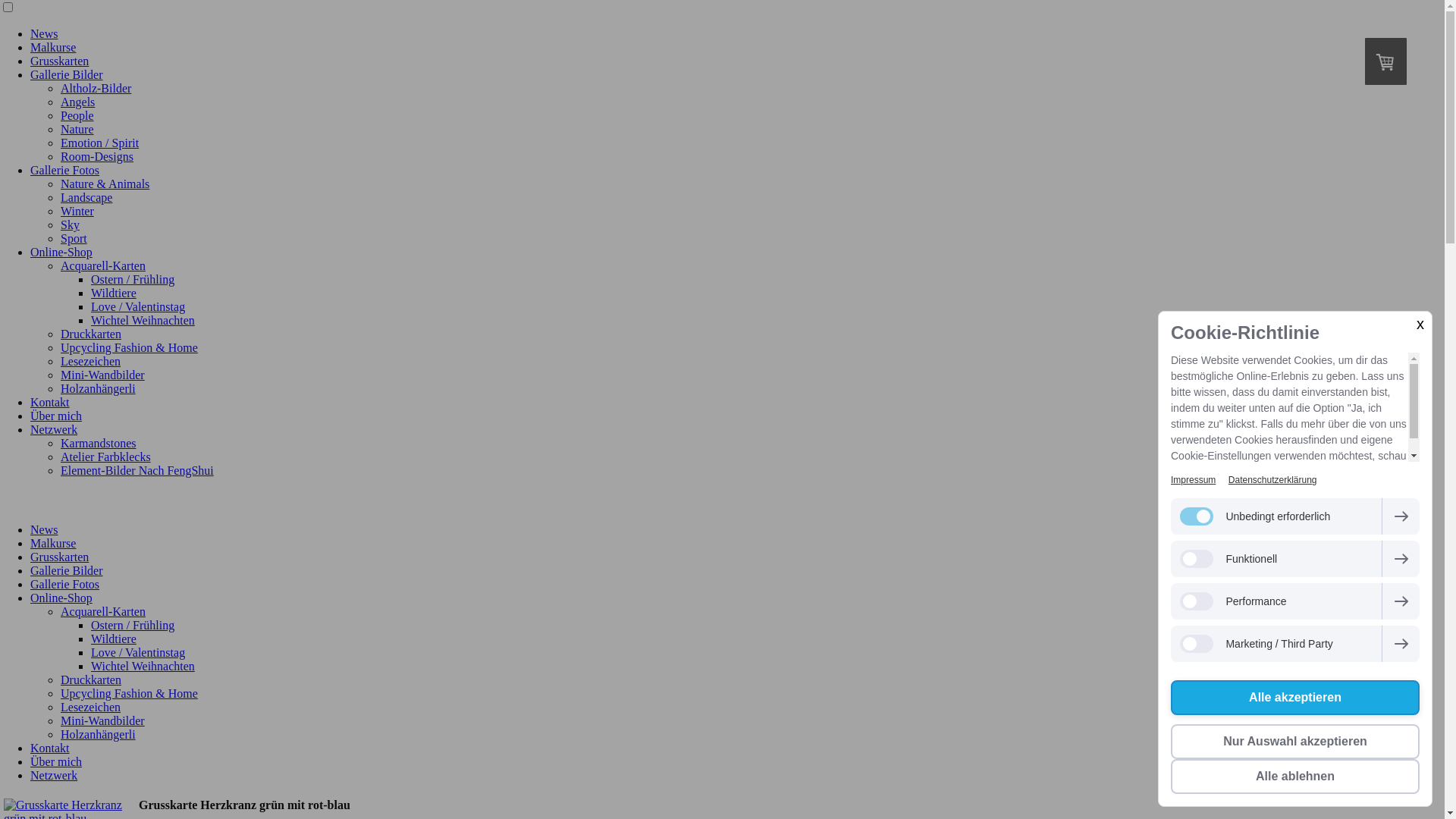  What do you see at coordinates (43, 33) in the screenshot?
I see `'News'` at bounding box center [43, 33].